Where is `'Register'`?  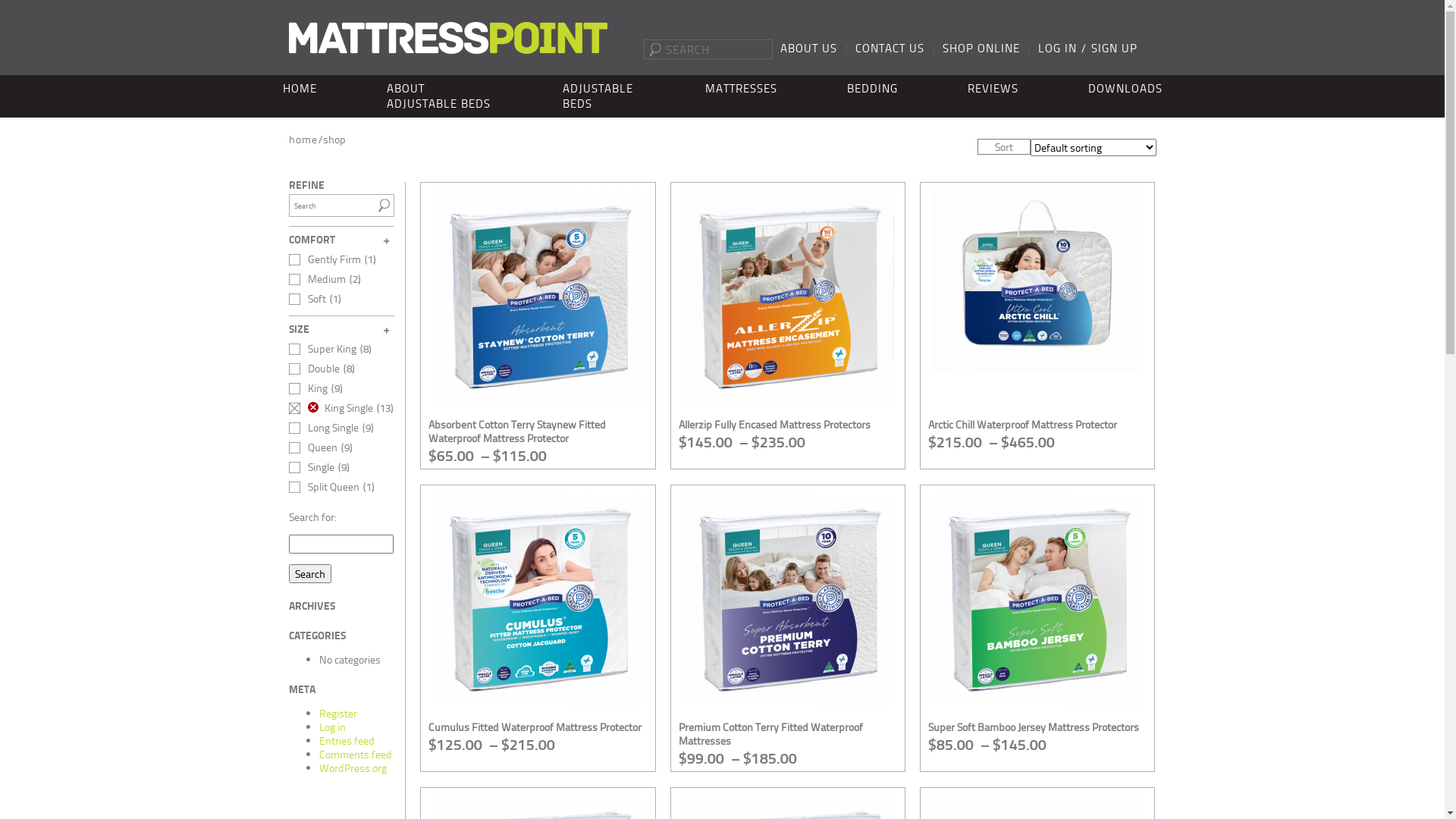 'Register' is located at coordinates (337, 713).